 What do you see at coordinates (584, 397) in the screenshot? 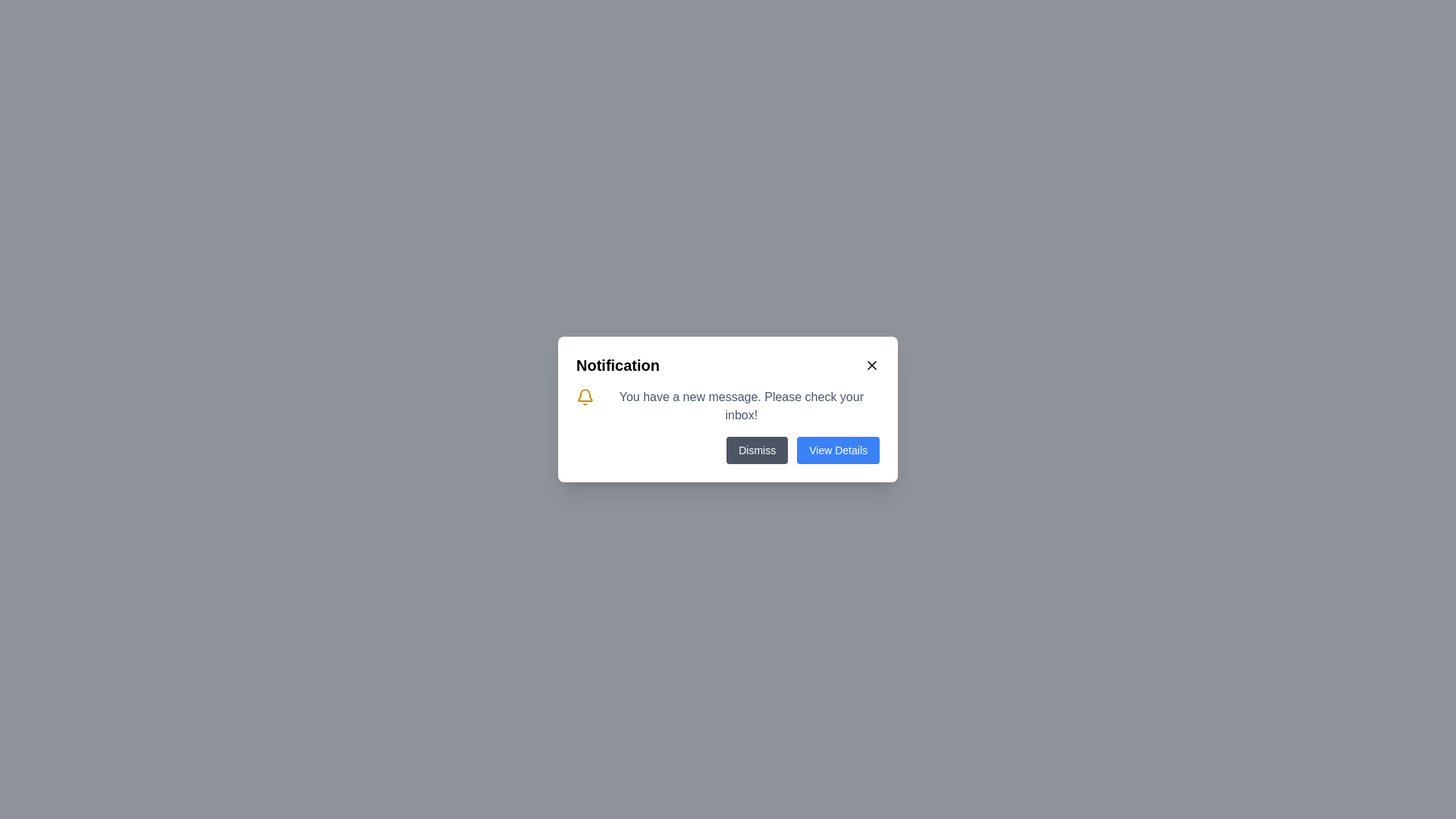
I see `the notification icon located at the top-left section of the notification pop-up, which signifies the presence of a notification` at bounding box center [584, 397].